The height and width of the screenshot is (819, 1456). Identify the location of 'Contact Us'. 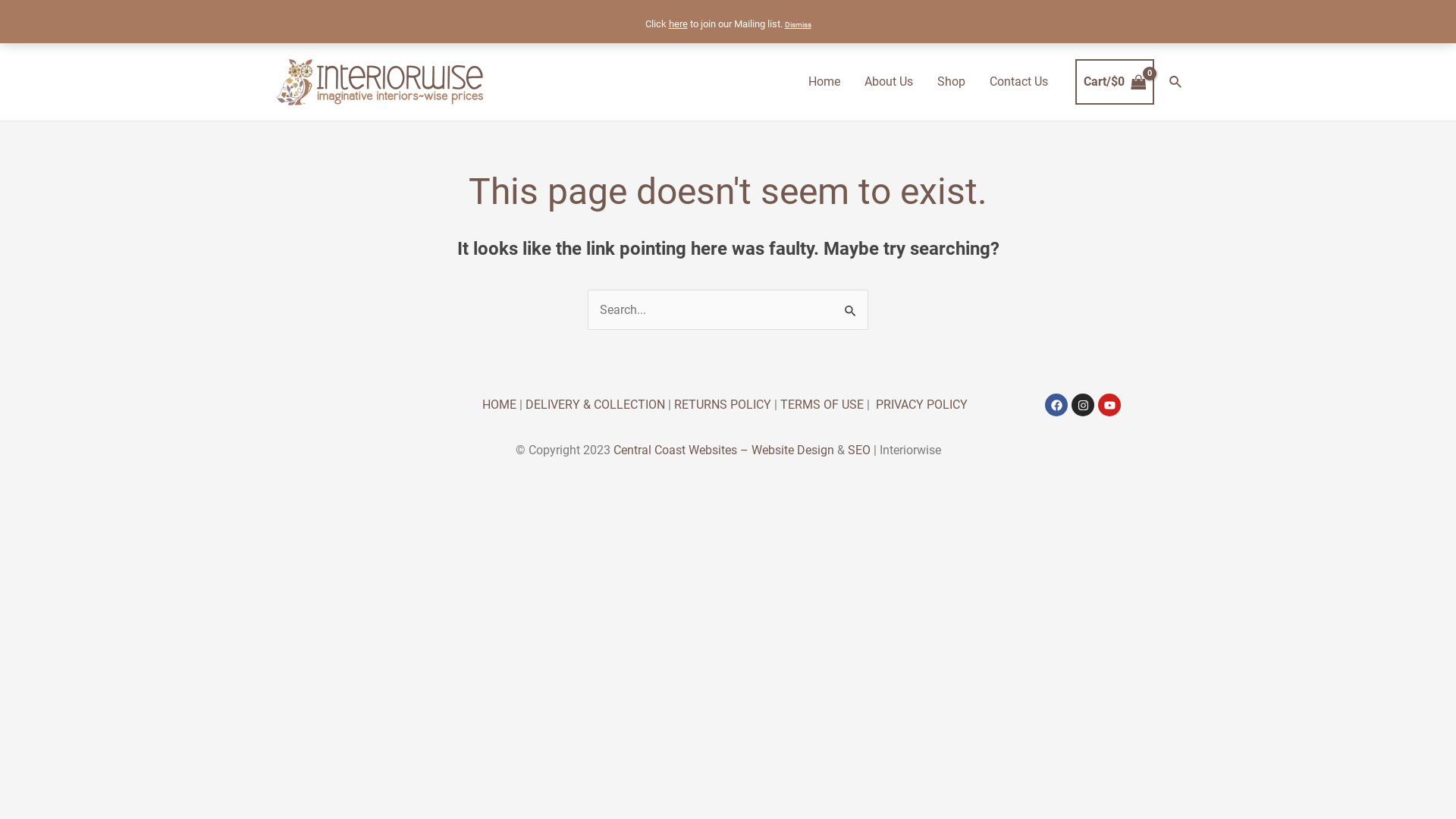
(1018, 82).